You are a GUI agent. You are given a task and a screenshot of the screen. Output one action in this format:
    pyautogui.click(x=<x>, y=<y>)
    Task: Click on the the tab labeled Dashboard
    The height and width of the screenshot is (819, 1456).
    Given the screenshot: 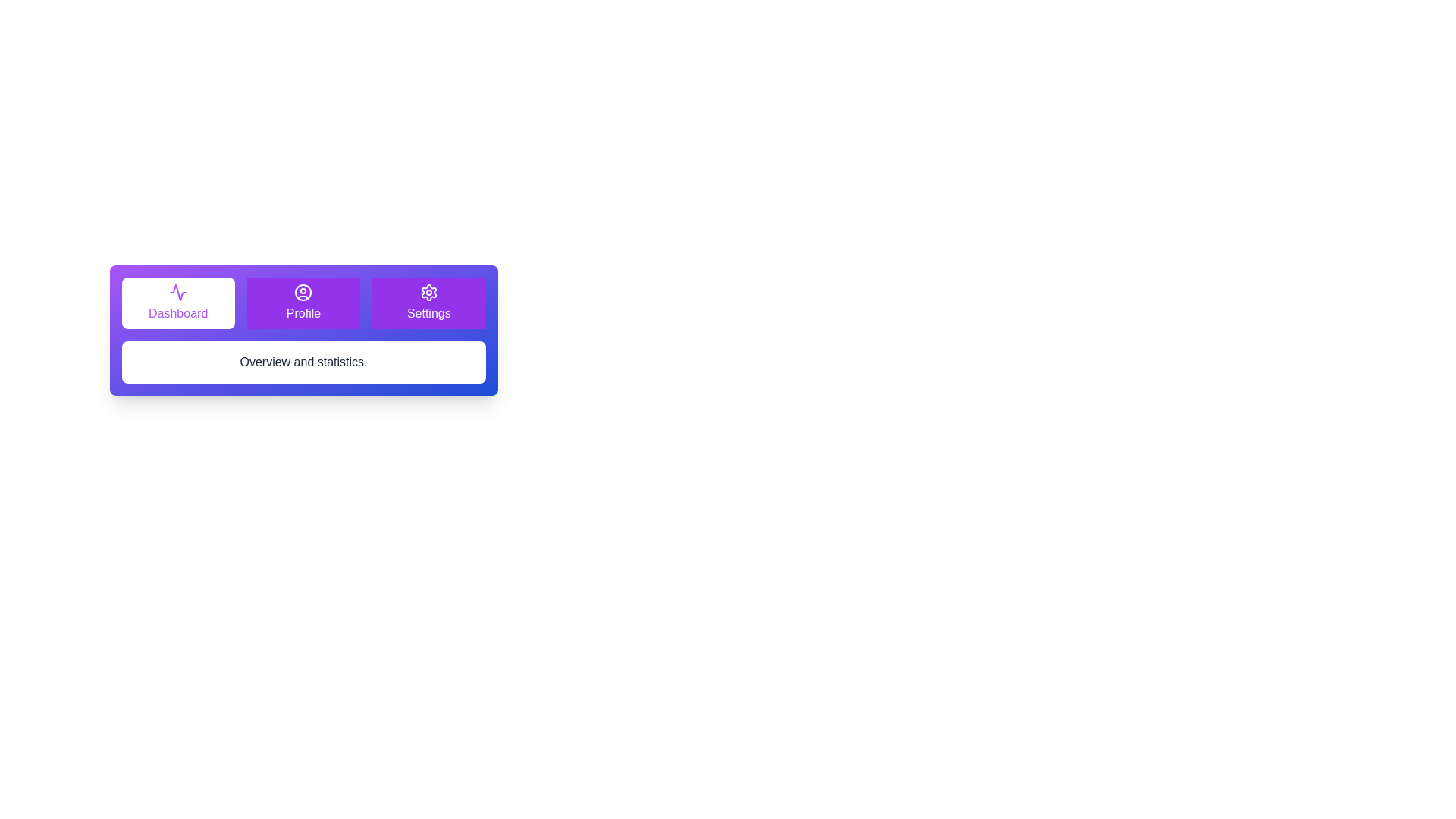 What is the action you would take?
    pyautogui.click(x=178, y=303)
    